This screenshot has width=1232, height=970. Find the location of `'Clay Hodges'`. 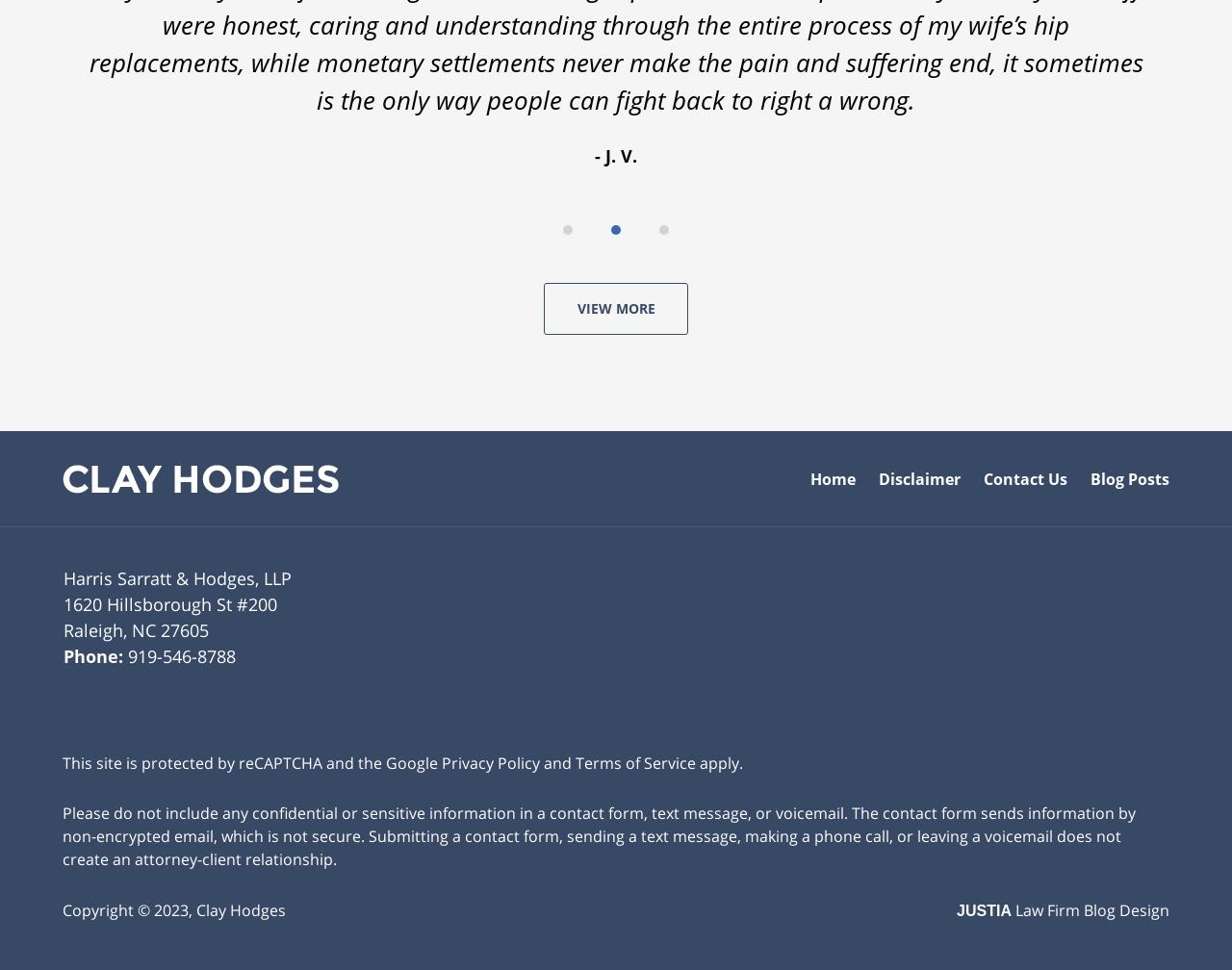

'Clay Hodges' is located at coordinates (240, 906).